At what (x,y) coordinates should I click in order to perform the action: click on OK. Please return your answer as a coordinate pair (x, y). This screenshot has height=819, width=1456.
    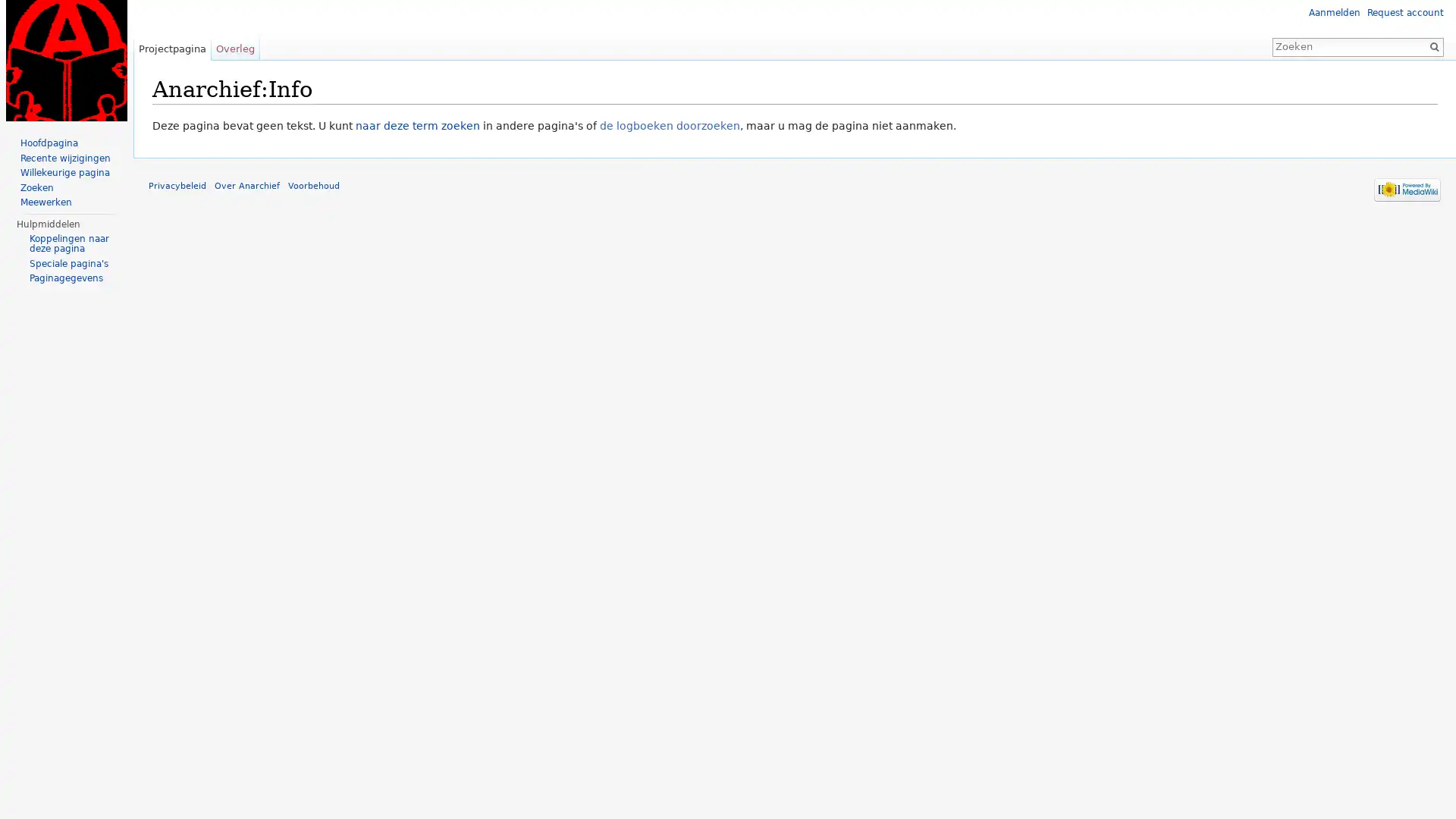
    Looking at the image, I should click on (1433, 45).